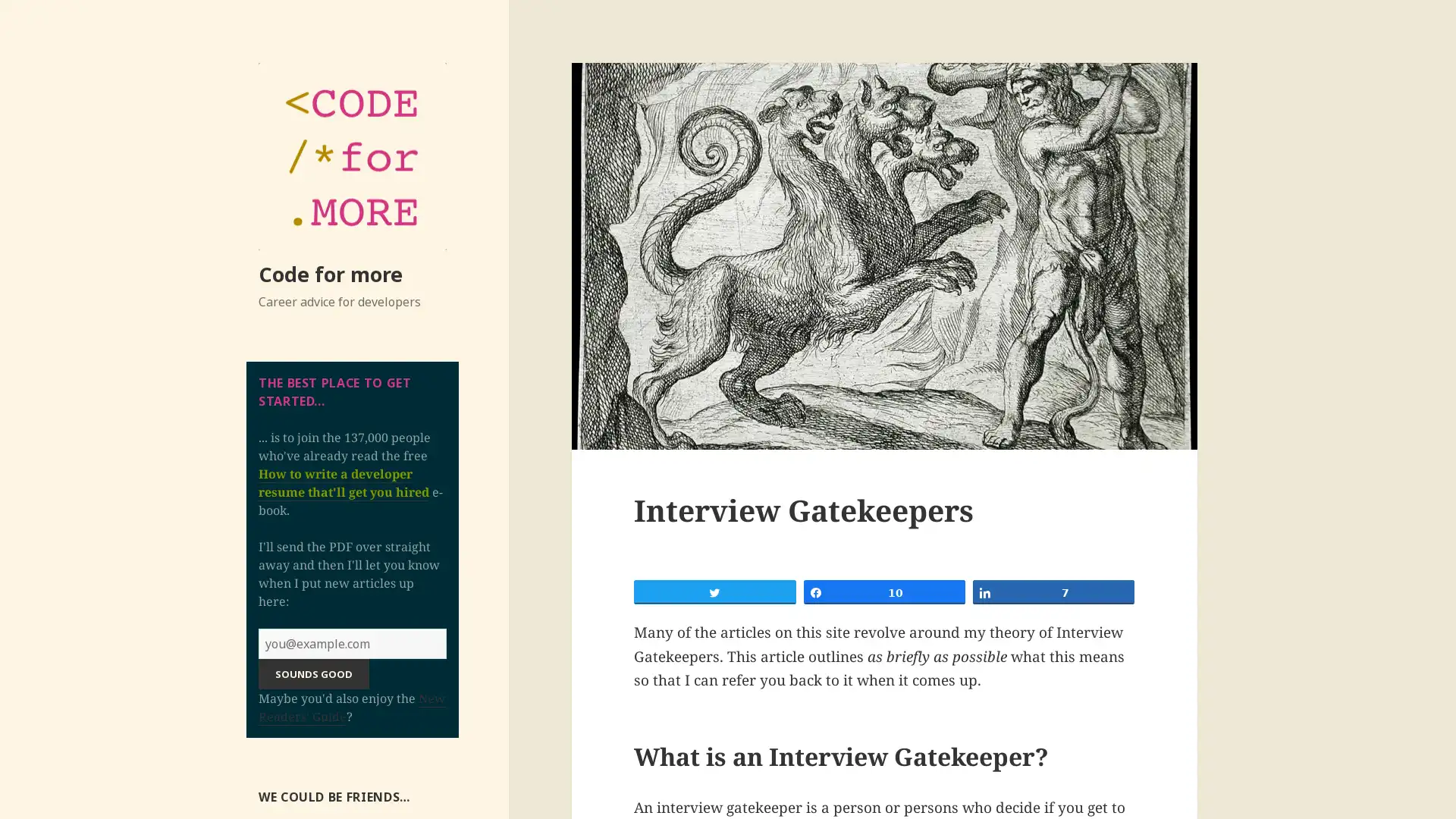 The image size is (1456, 819). What do you see at coordinates (312, 672) in the screenshot?
I see `Sounds good` at bounding box center [312, 672].